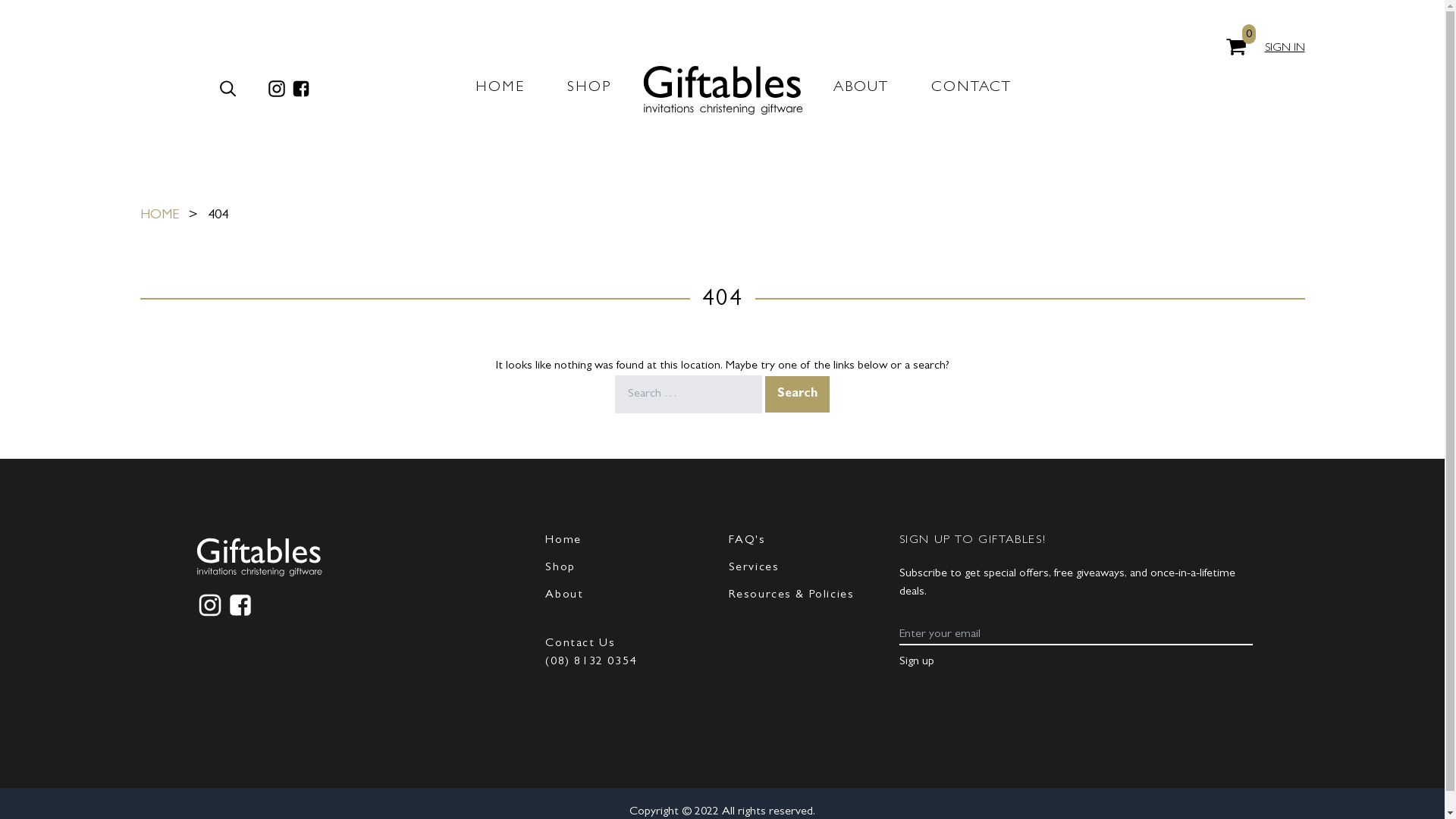 This screenshot has height=819, width=1456. What do you see at coordinates (566, 88) in the screenshot?
I see `'SHOP'` at bounding box center [566, 88].